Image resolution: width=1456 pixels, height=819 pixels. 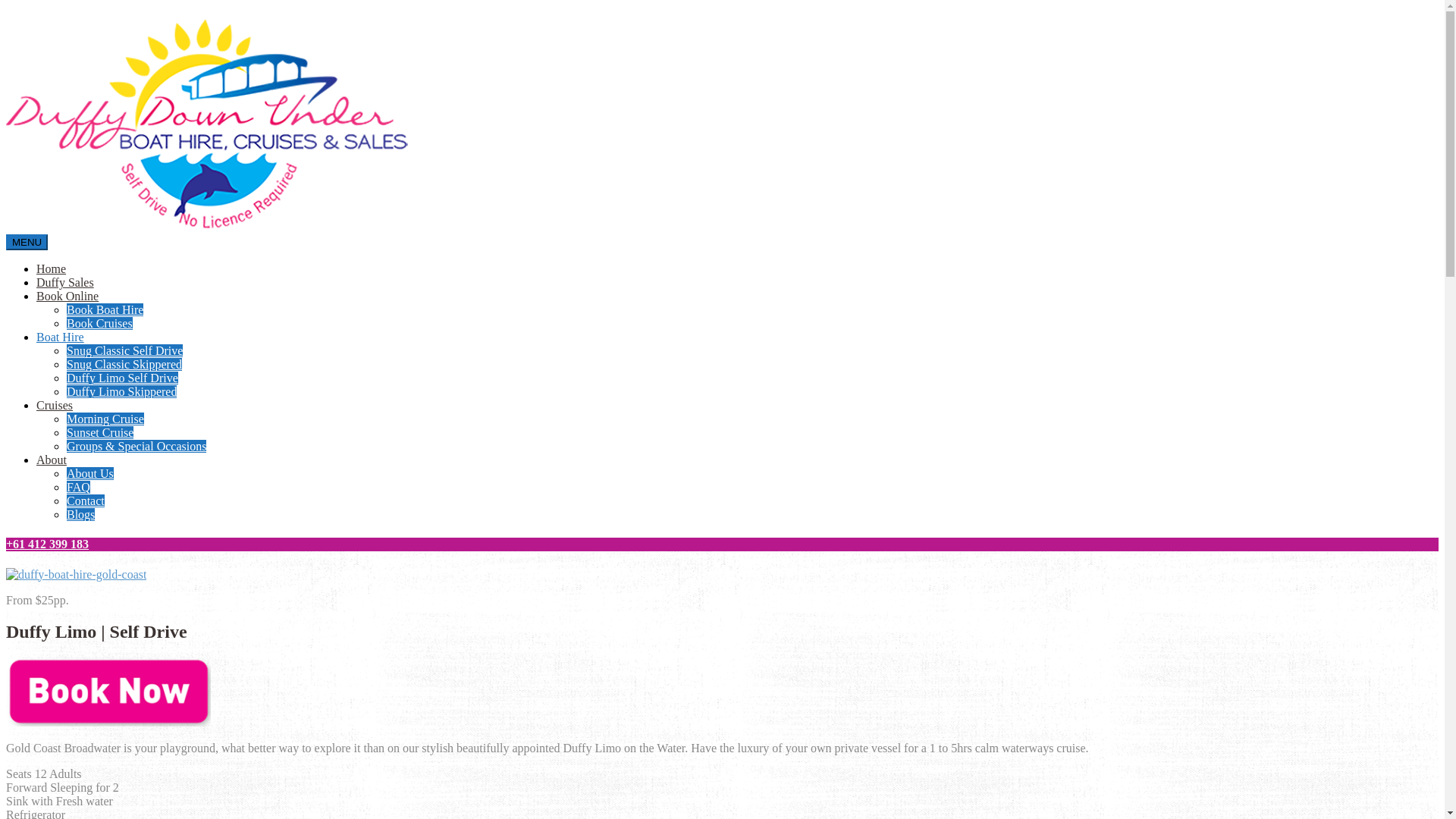 What do you see at coordinates (36, 296) in the screenshot?
I see `'Book Online'` at bounding box center [36, 296].